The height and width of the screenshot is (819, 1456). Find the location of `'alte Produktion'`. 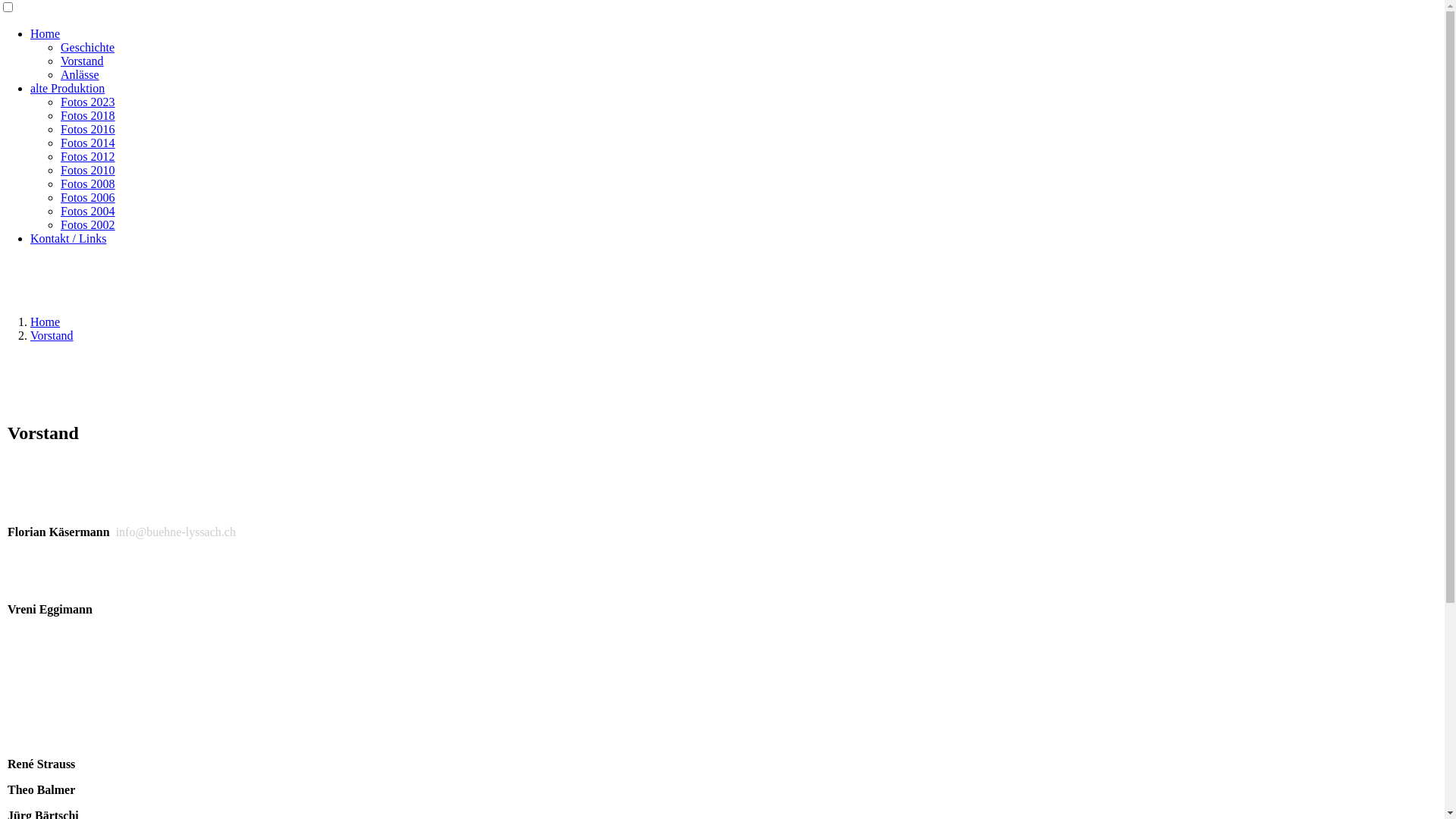

'alte Produktion' is located at coordinates (67, 88).